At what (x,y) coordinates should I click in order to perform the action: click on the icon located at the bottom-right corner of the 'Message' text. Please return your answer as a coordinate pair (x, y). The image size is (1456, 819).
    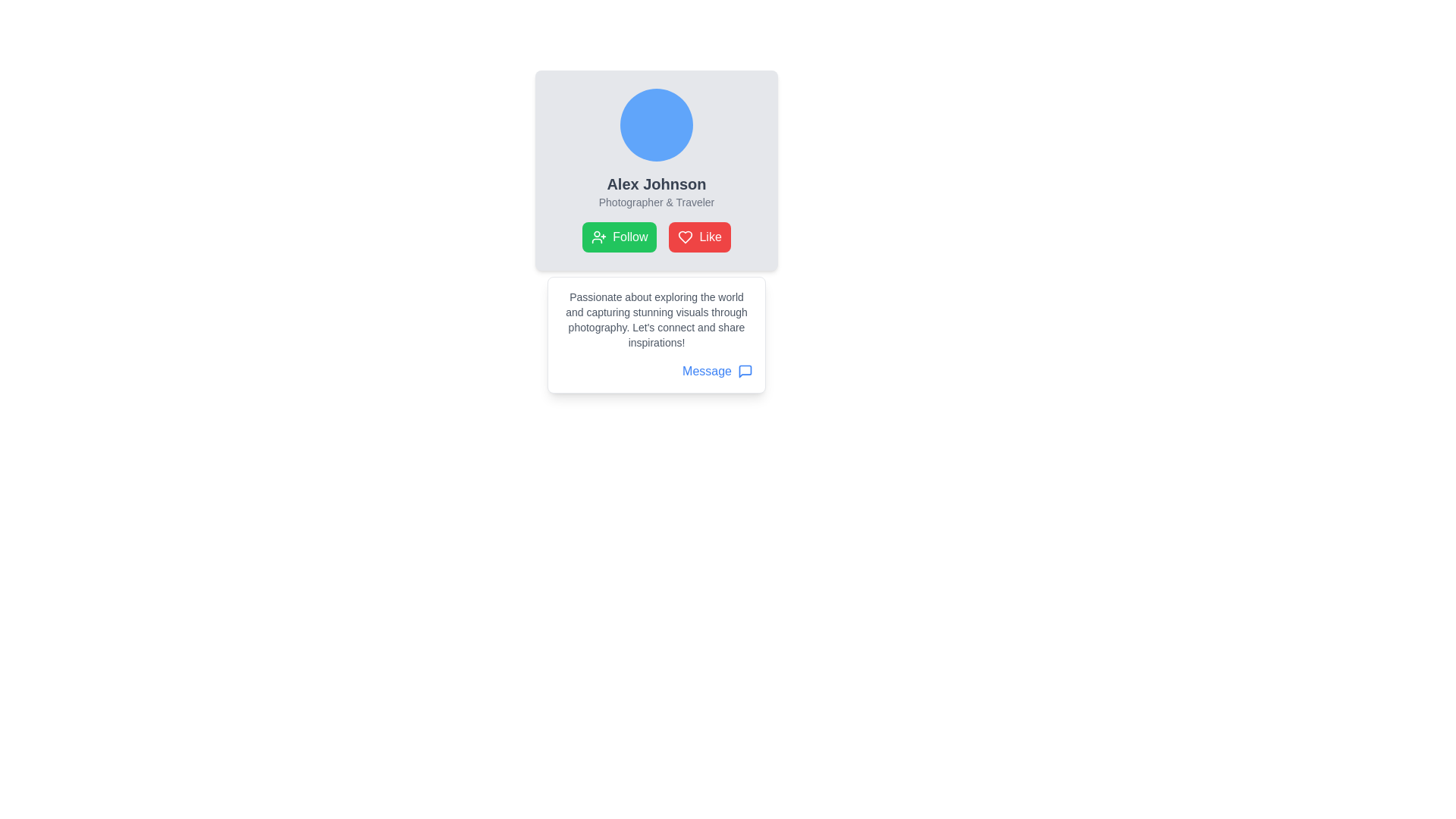
    Looking at the image, I should click on (745, 371).